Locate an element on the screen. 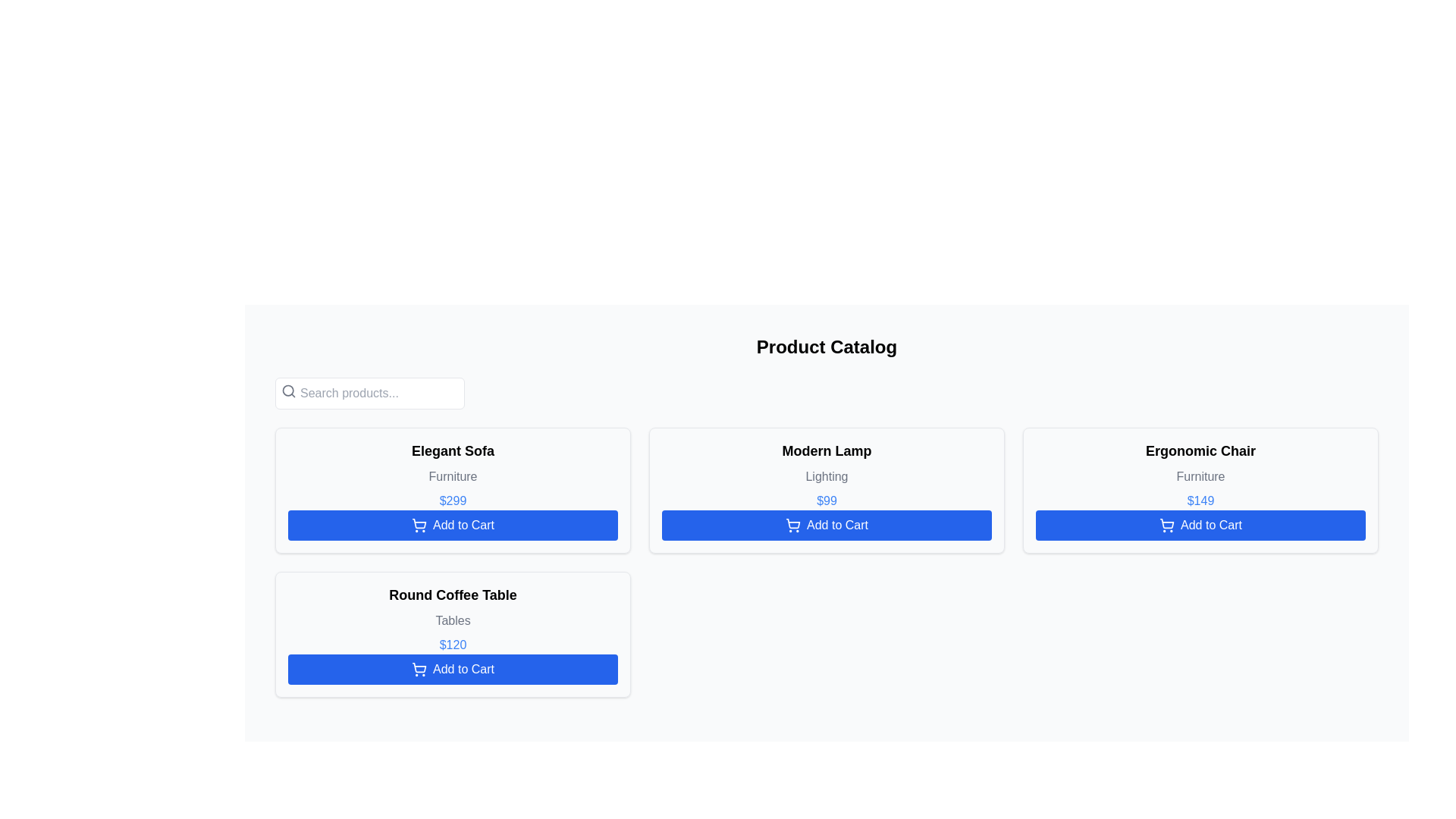 The image size is (1456, 819). the price label displaying '$299' in blue, located below 'Furniture' and above the 'Add to Cart' button in the product card of 'Elegant Sofa' is located at coordinates (452, 500).